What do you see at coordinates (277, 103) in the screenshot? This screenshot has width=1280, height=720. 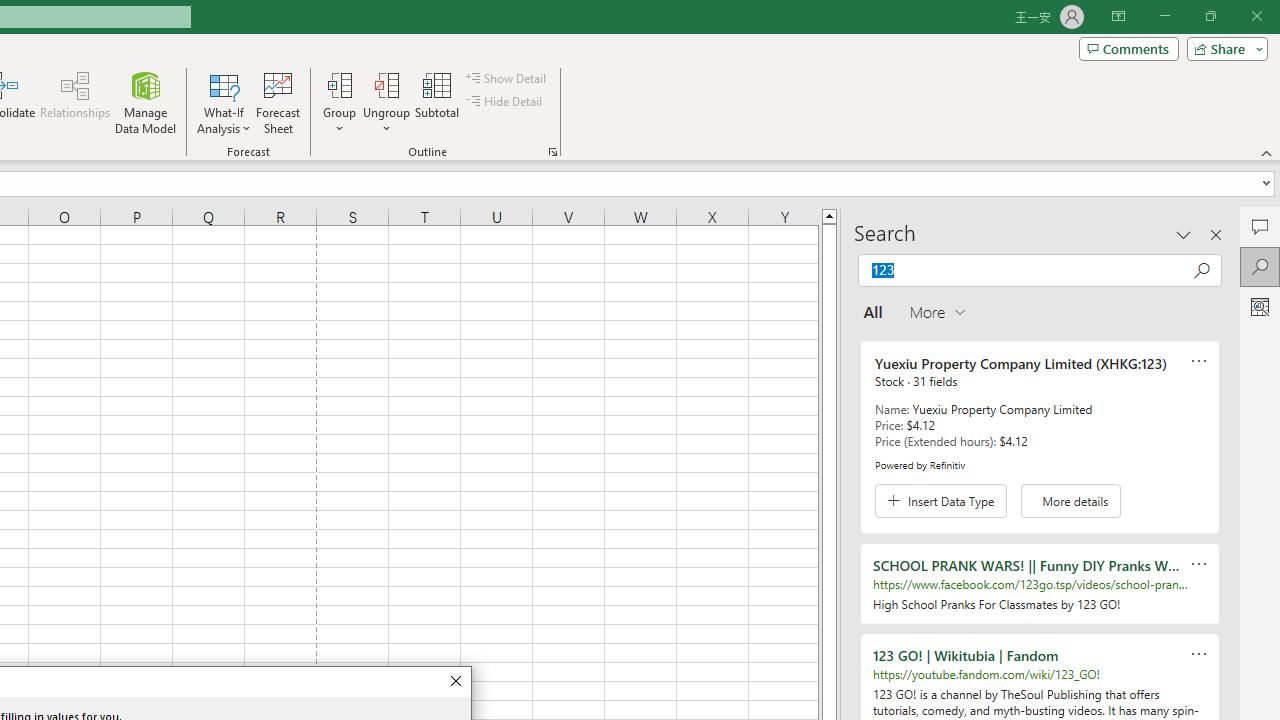 I see `'Forecast Sheet'` at bounding box center [277, 103].